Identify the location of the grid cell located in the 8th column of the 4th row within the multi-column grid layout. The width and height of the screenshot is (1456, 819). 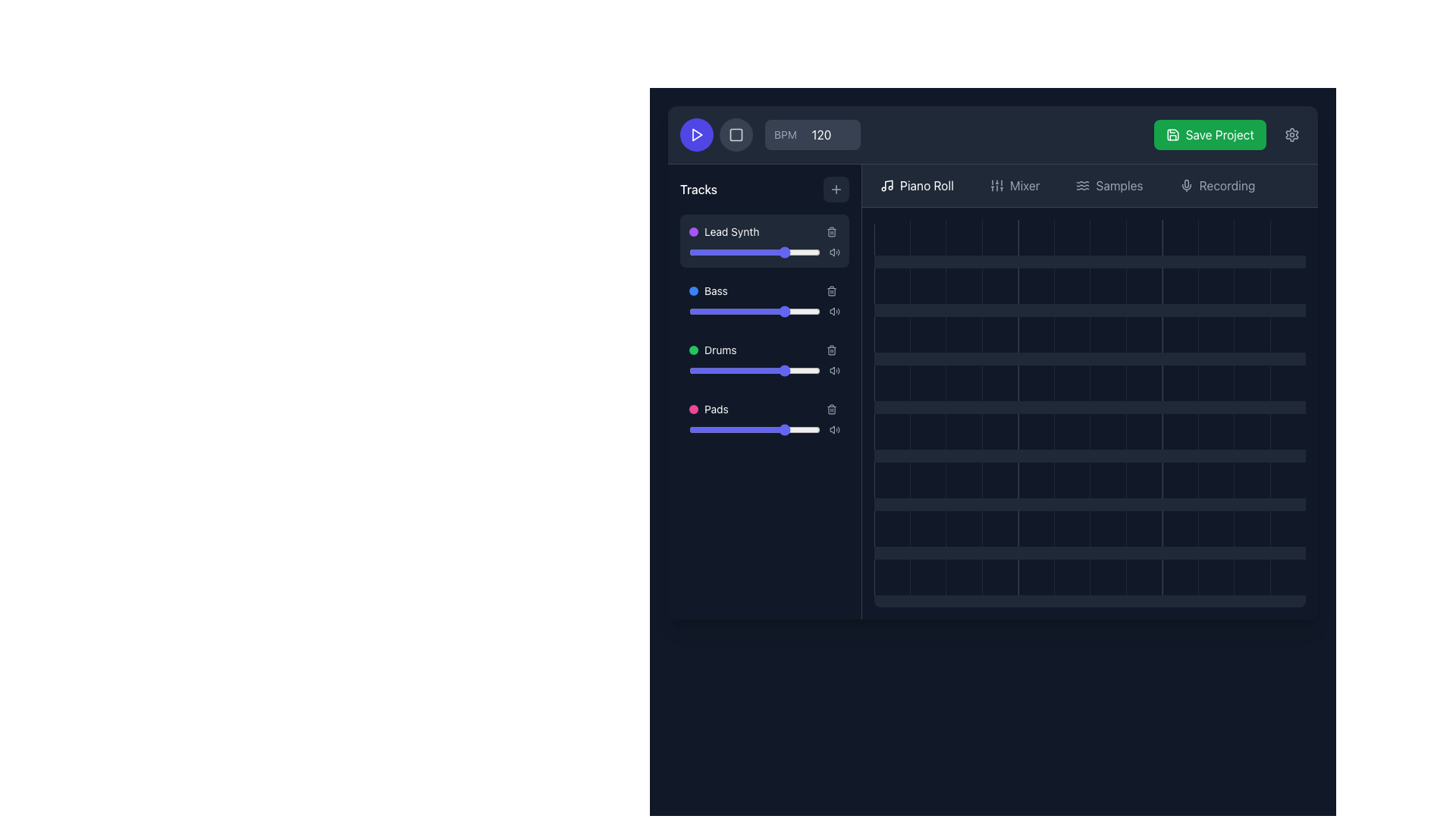
(1144, 480).